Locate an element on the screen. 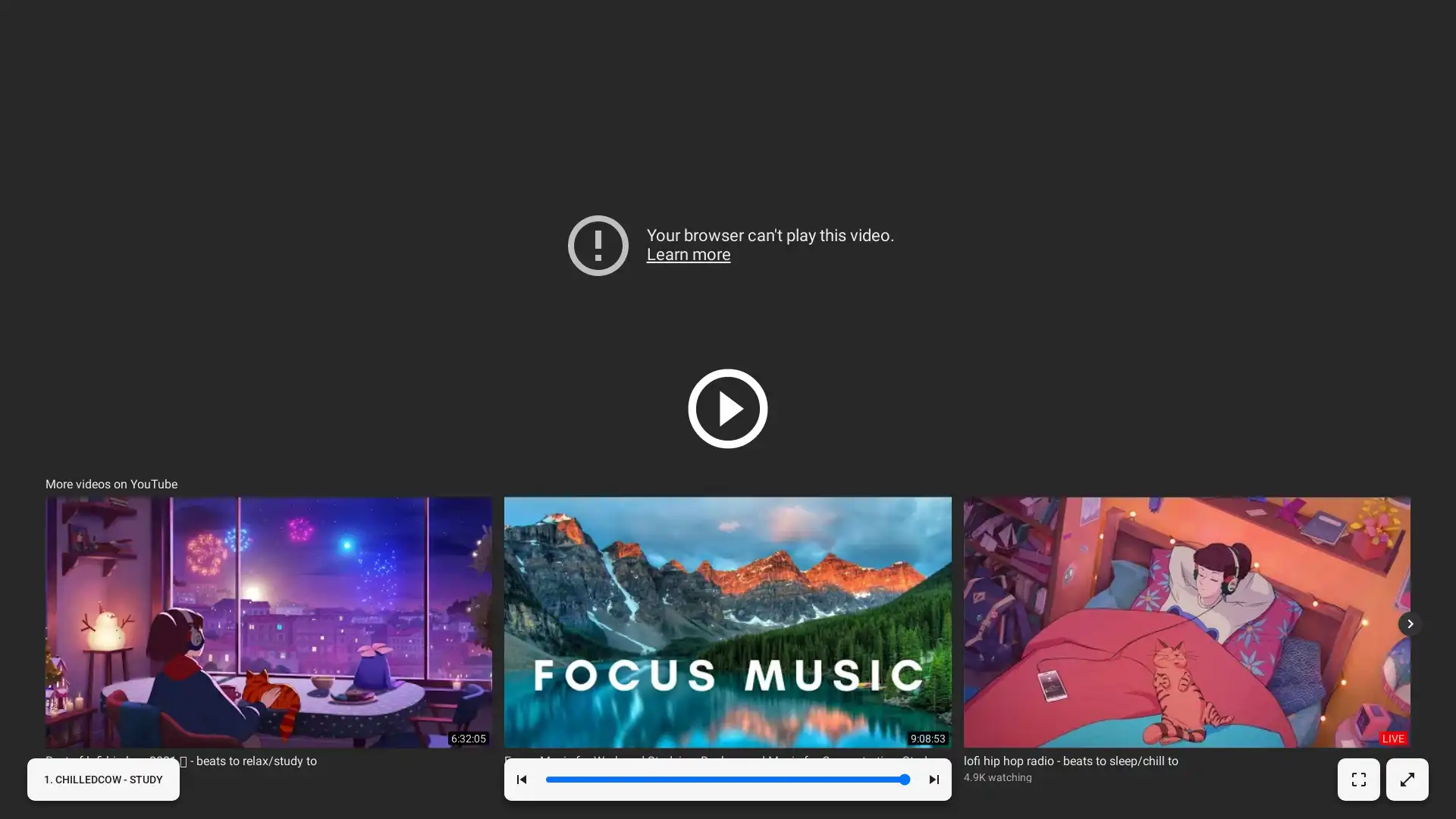 This screenshot has width=1456, height=819. open_in_full is located at coordinates (1405, 780).